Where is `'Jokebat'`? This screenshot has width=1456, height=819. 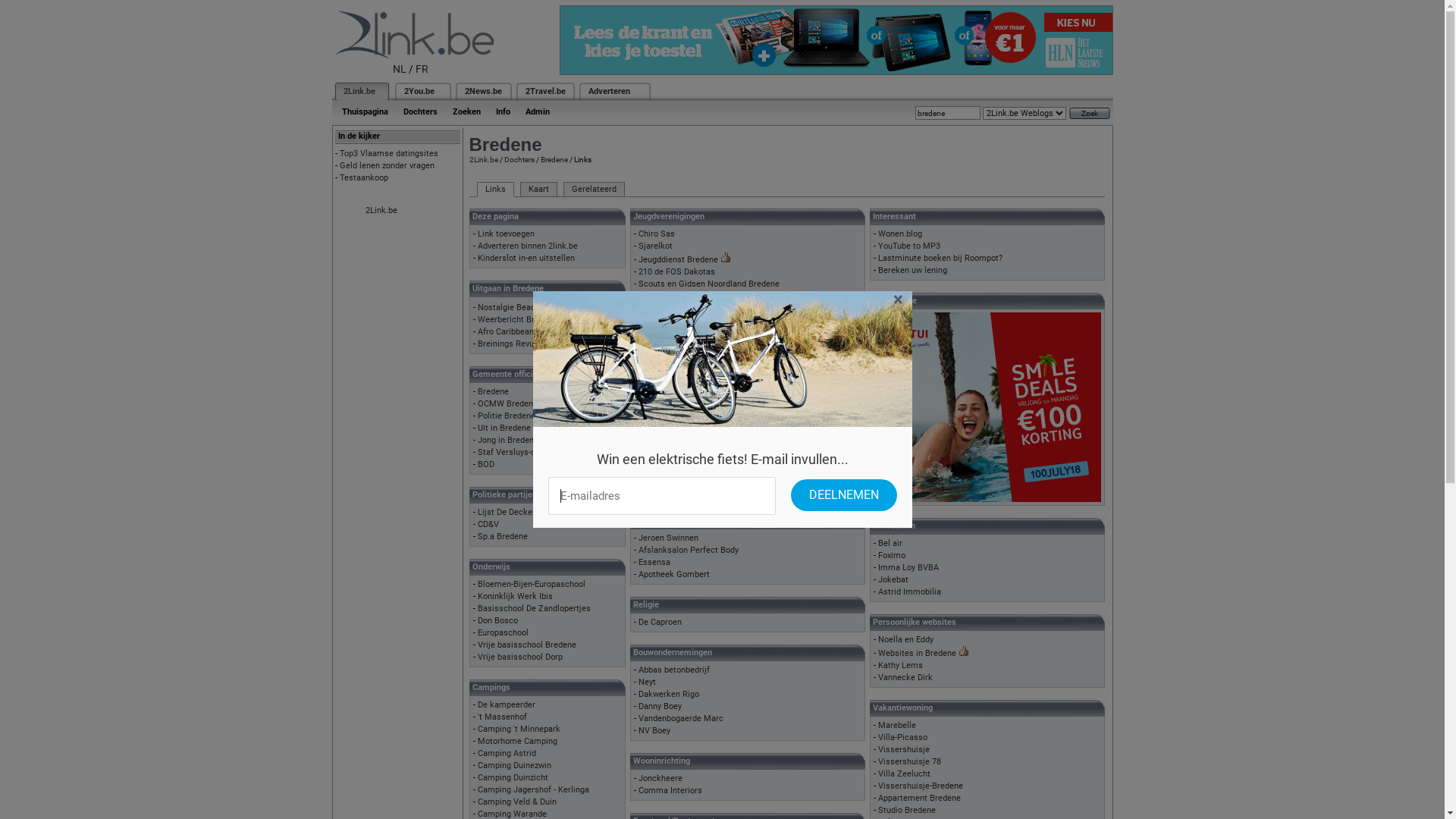
'Jokebat' is located at coordinates (893, 579).